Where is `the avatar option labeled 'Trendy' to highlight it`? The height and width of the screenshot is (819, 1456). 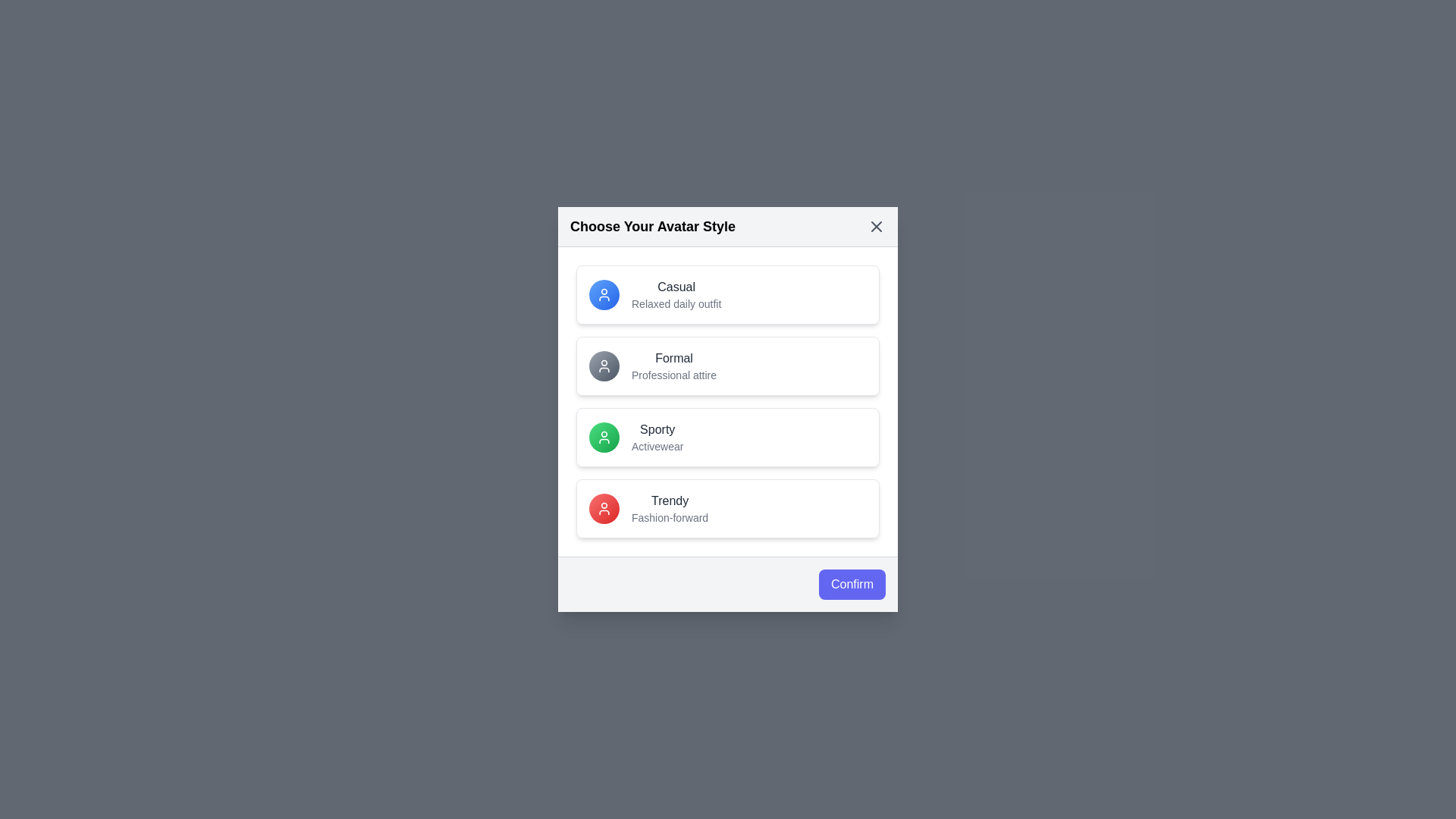
the avatar option labeled 'Trendy' to highlight it is located at coordinates (728, 509).